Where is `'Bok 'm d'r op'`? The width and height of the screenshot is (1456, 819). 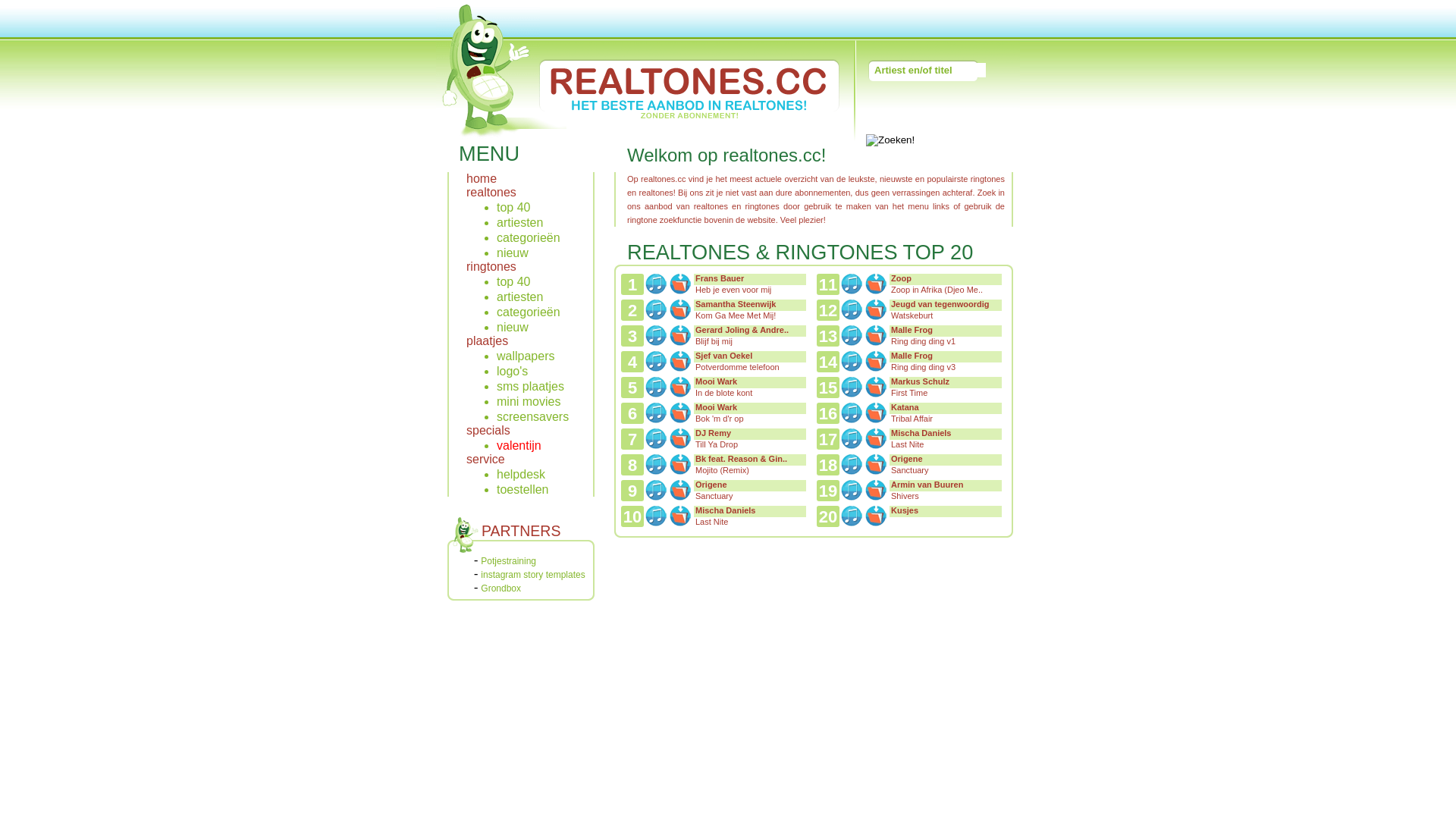 'Bok 'm d'r op' is located at coordinates (694, 418).